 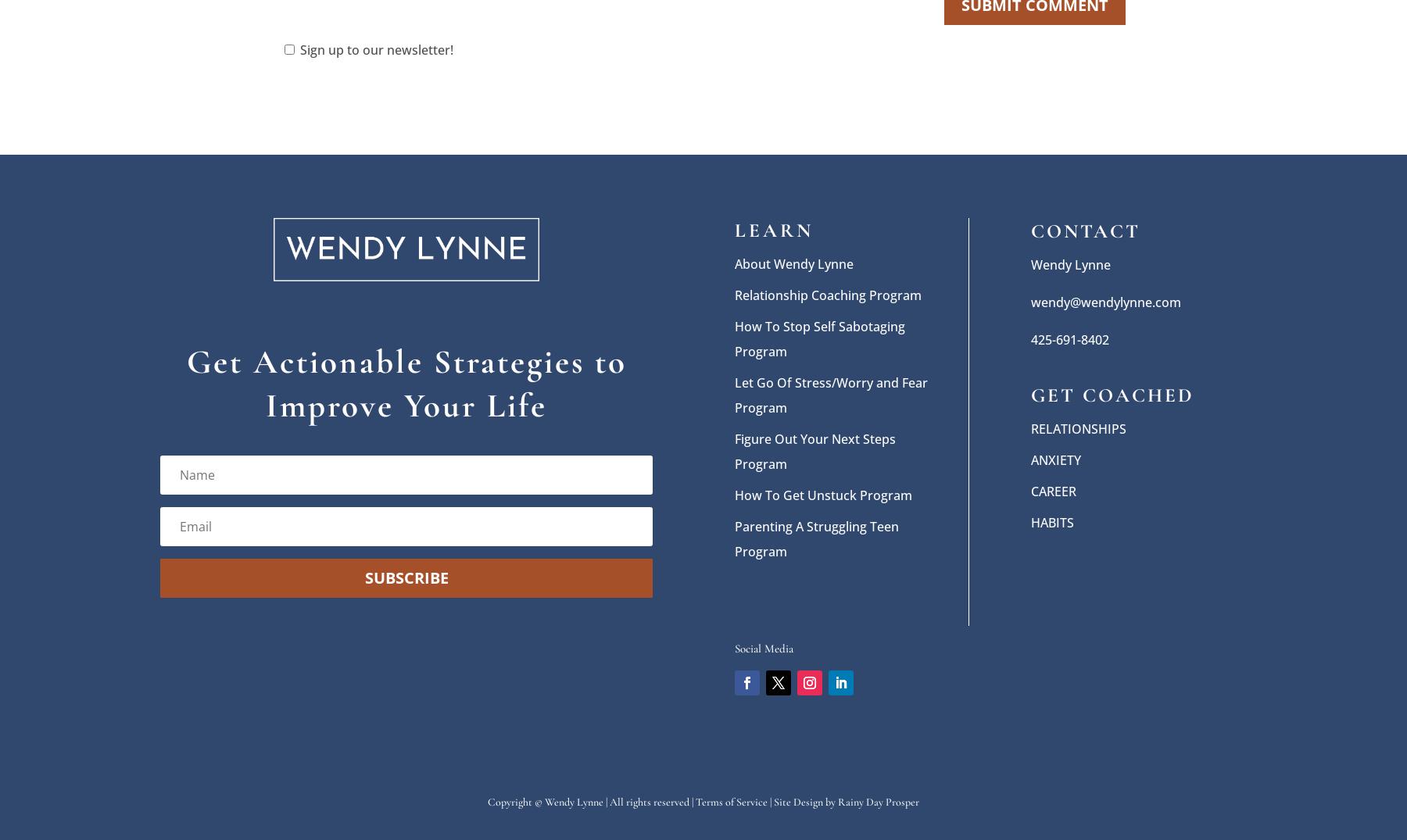 What do you see at coordinates (816, 537) in the screenshot?
I see `'Parenting A Struggling Teen Program'` at bounding box center [816, 537].